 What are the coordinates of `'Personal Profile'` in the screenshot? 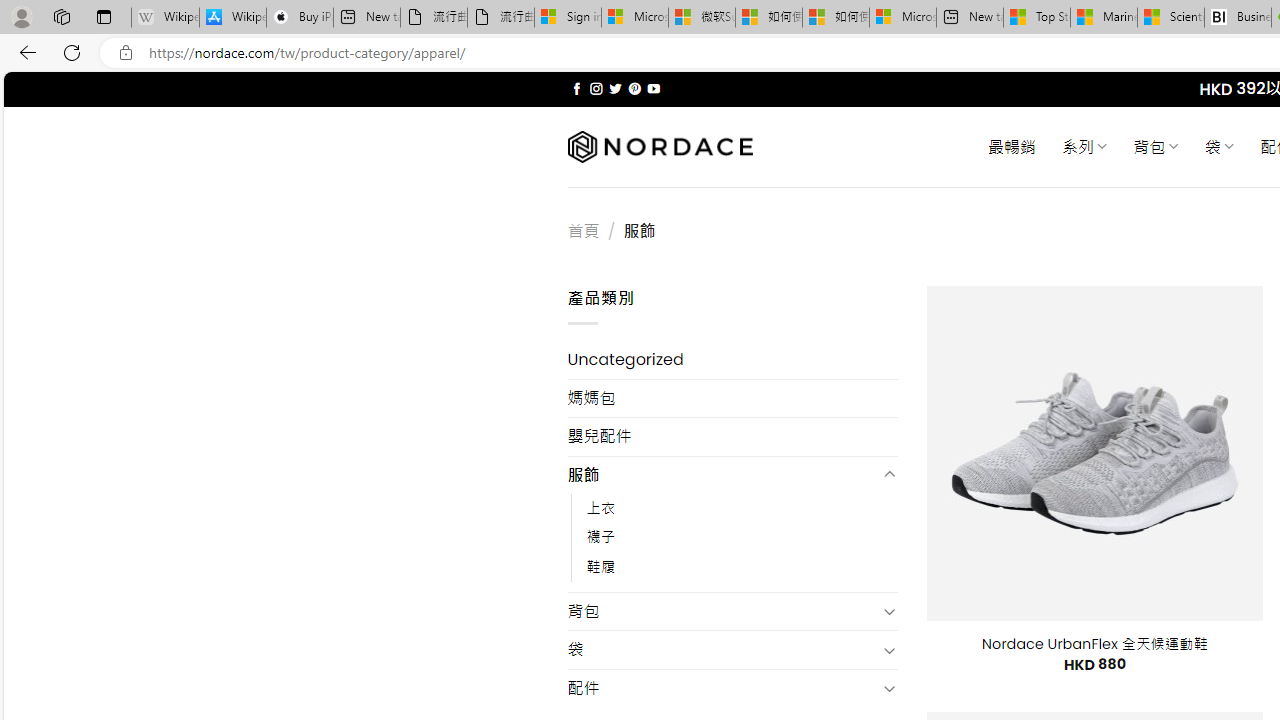 It's located at (21, 16).